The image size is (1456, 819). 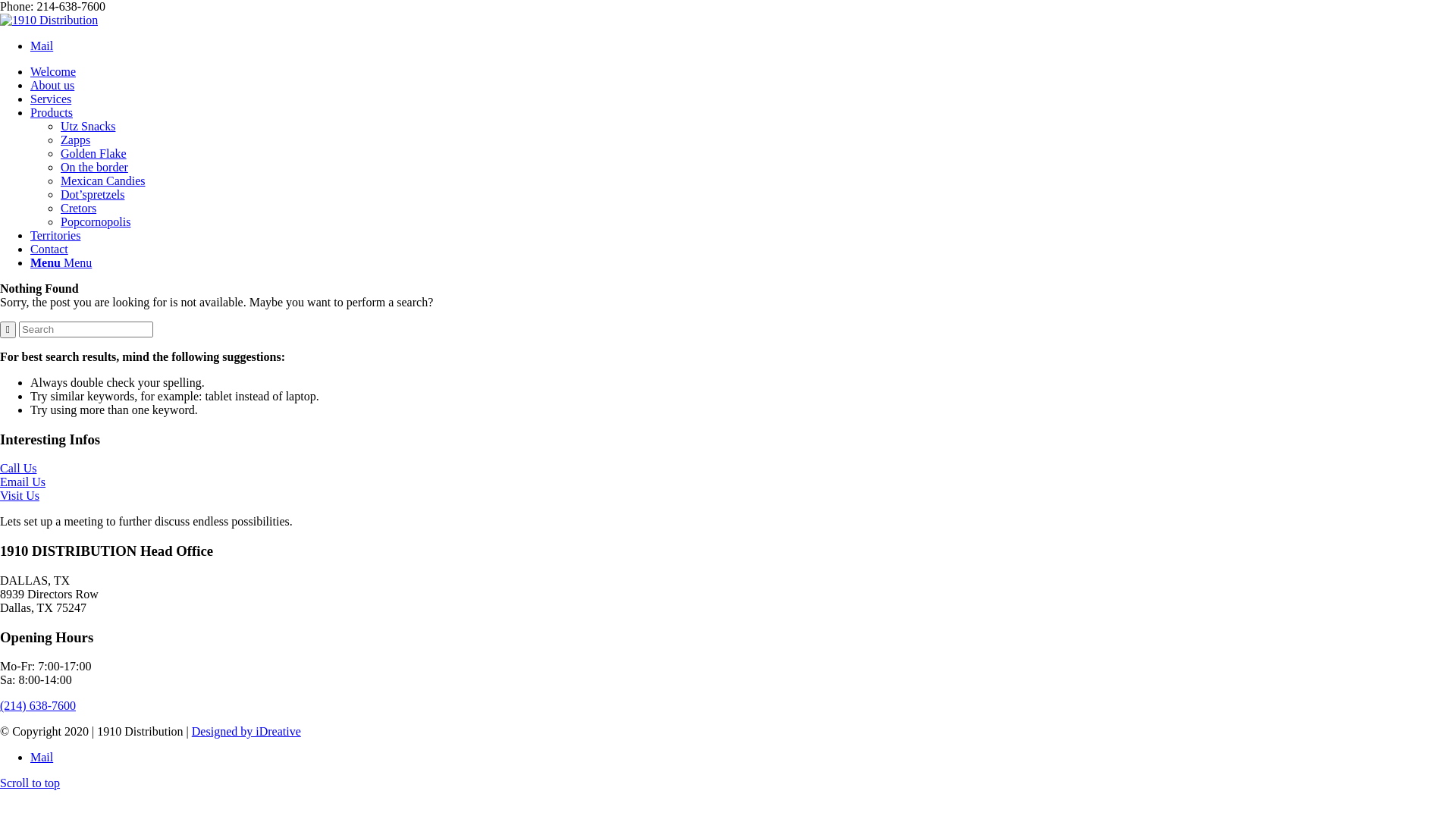 What do you see at coordinates (102, 180) in the screenshot?
I see `'Mexican Candies'` at bounding box center [102, 180].